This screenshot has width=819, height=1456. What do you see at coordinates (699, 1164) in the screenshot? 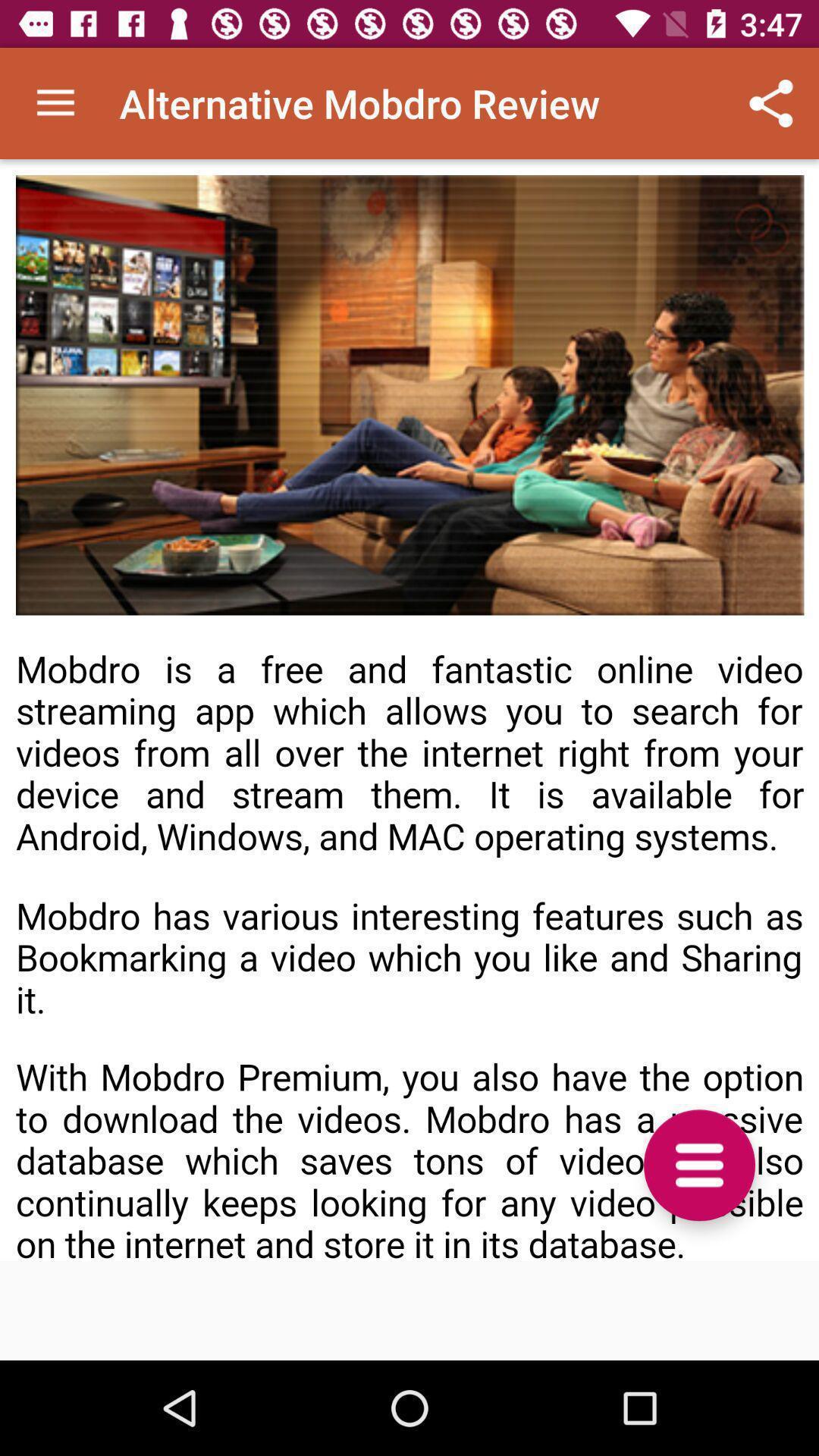
I see `menu` at bounding box center [699, 1164].